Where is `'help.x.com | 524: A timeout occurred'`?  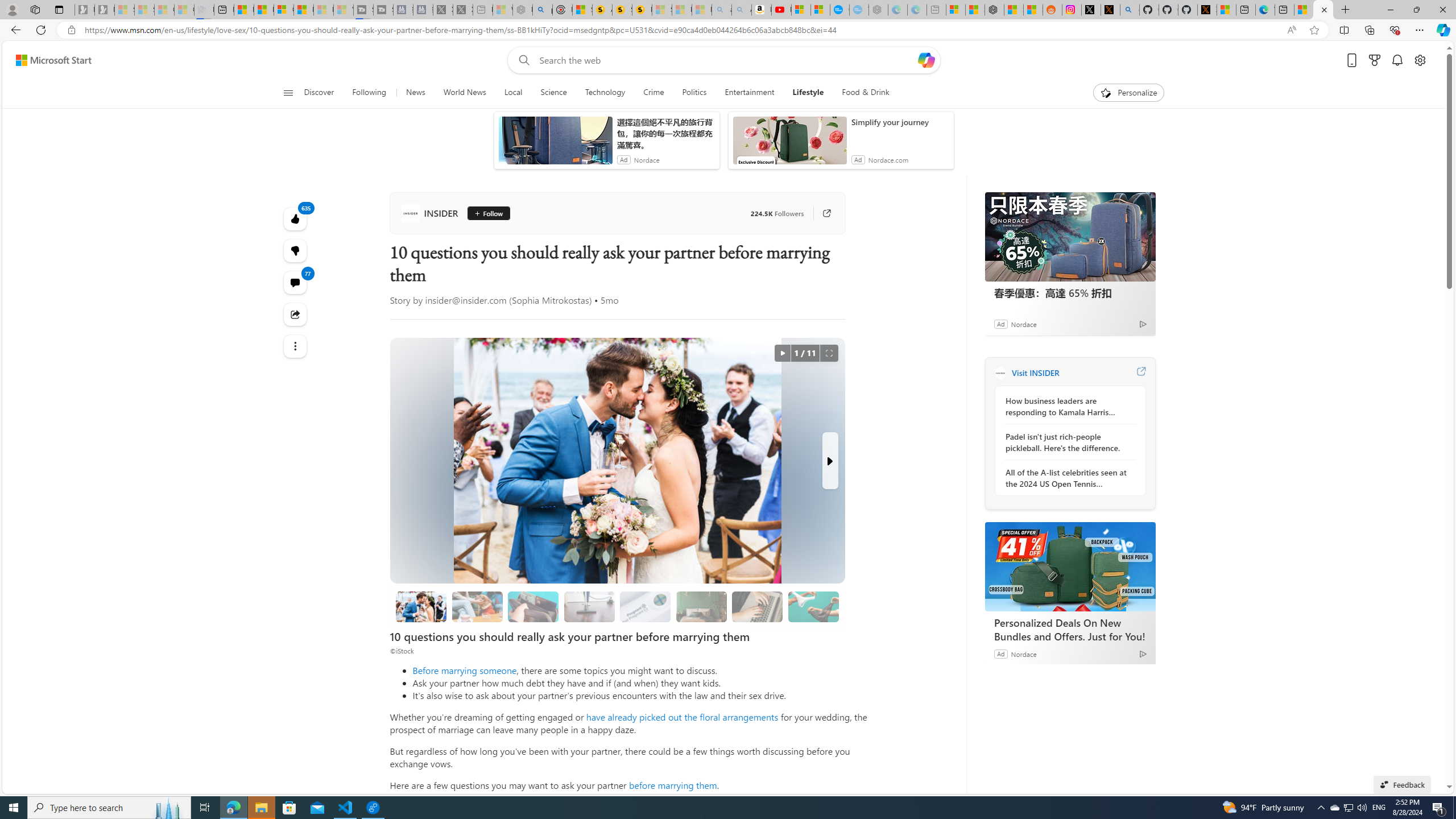
'help.x.com | 524: A timeout occurred' is located at coordinates (1110, 9).